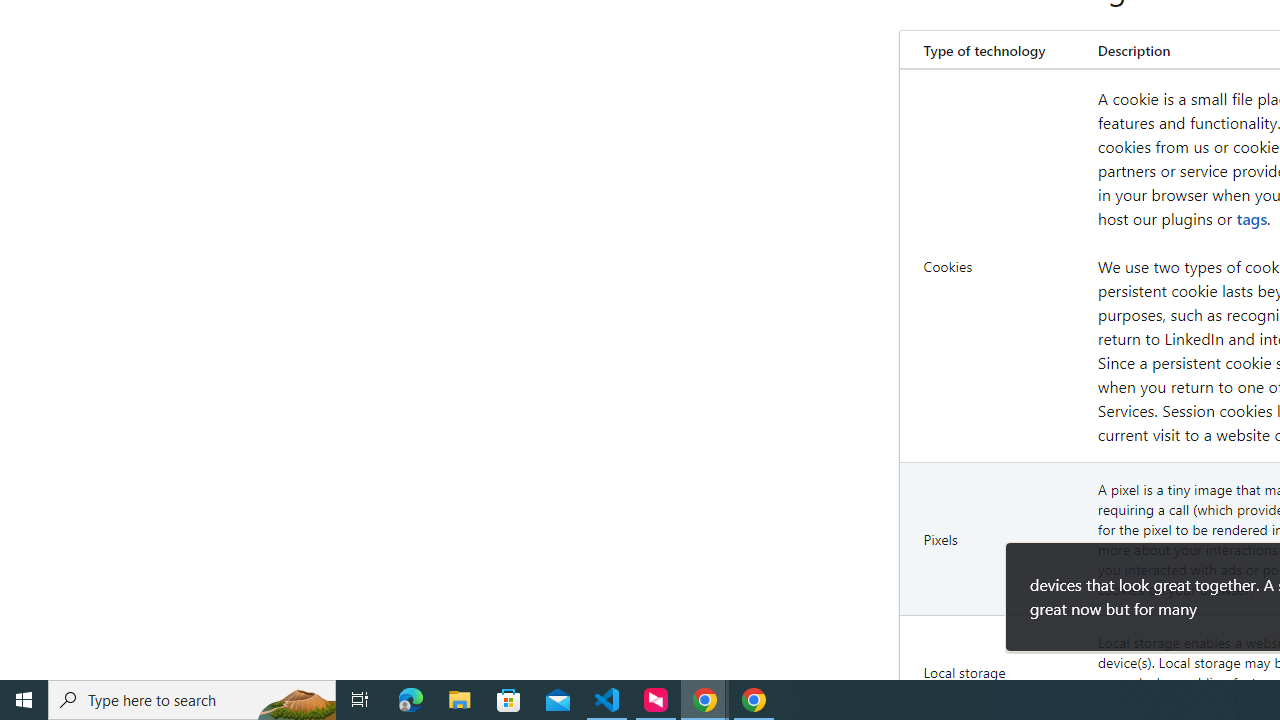 The height and width of the screenshot is (720, 1280). What do you see at coordinates (1251, 218) in the screenshot?
I see `'tags'` at bounding box center [1251, 218].